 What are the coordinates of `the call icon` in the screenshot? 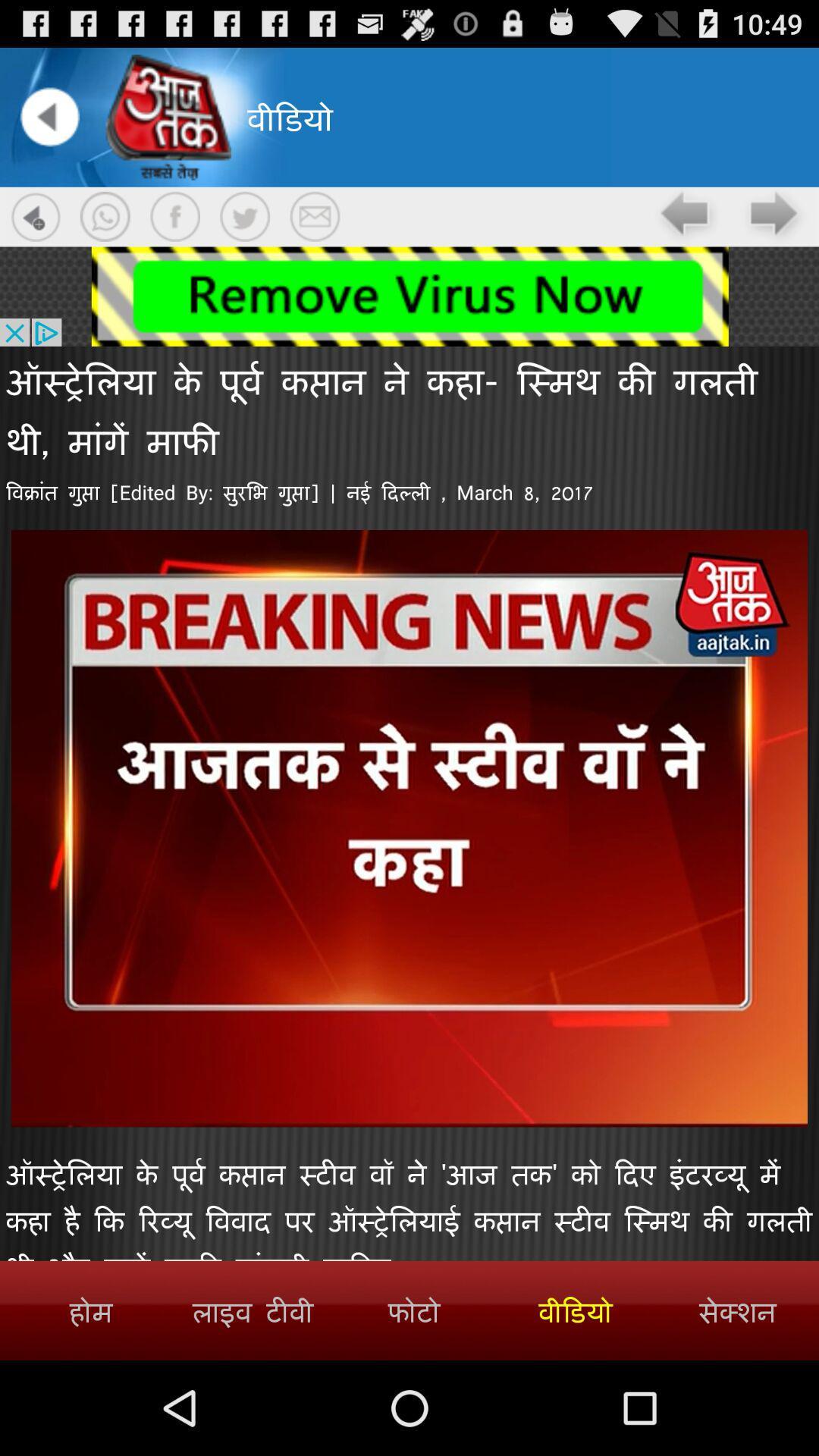 It's located at (104, 231).